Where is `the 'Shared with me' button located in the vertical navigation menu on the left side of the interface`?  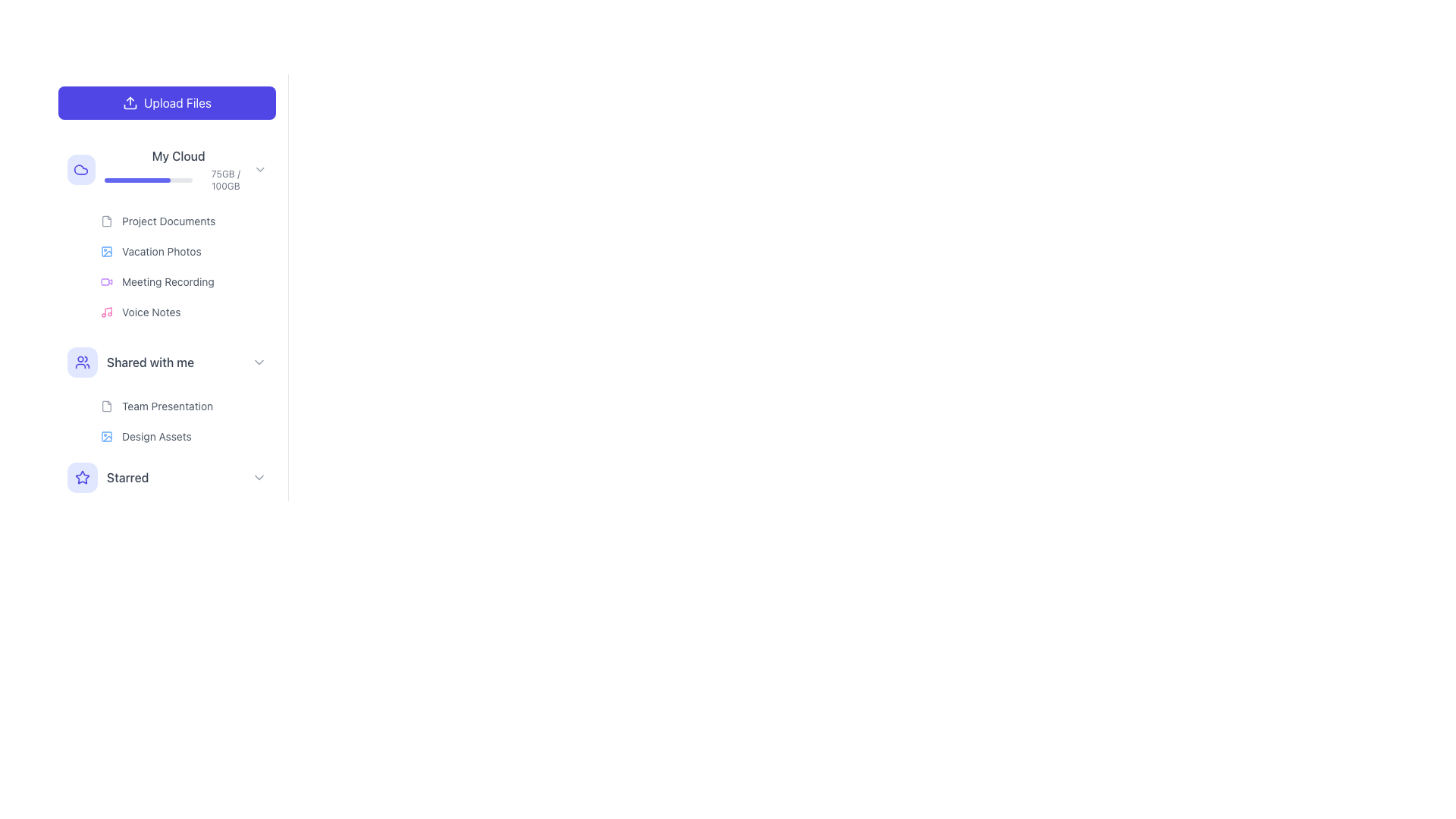
the 'Shared with me' button located in the vertical navigation menu on the left side of the interface is located at coordinates (167, 362).